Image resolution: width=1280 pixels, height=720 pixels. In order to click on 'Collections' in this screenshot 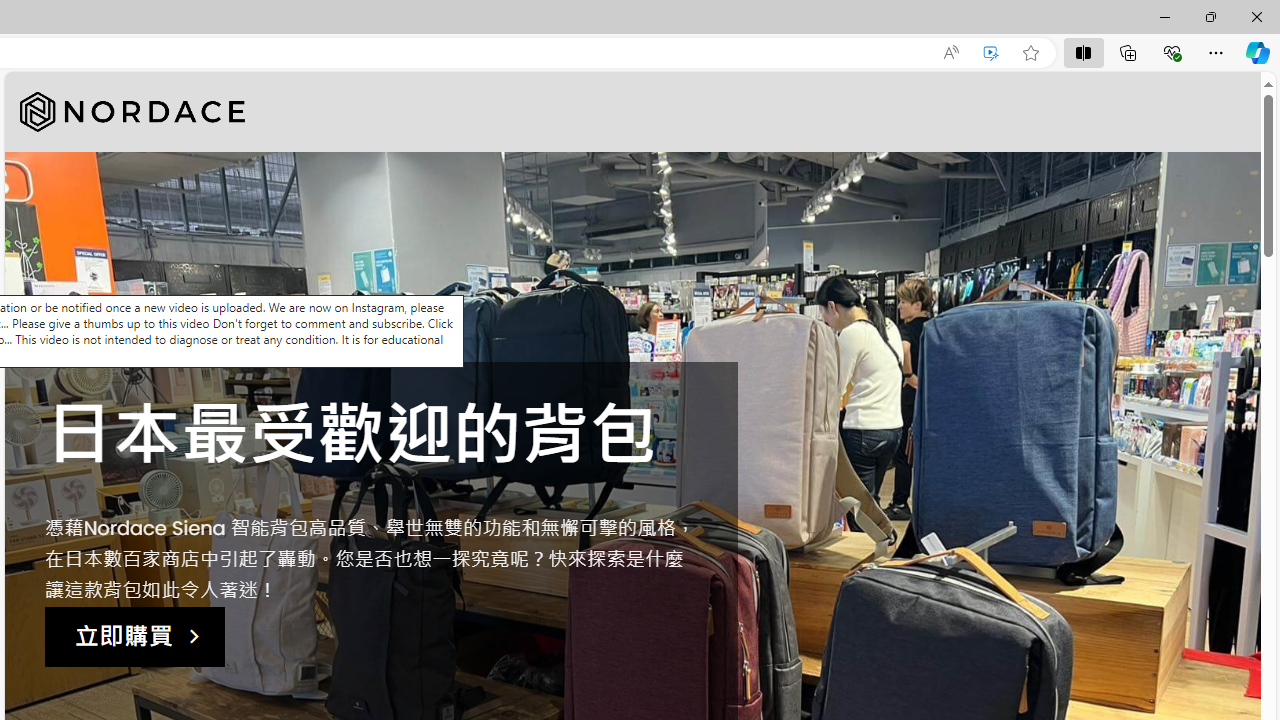, I will do `click(1128, 51)`.